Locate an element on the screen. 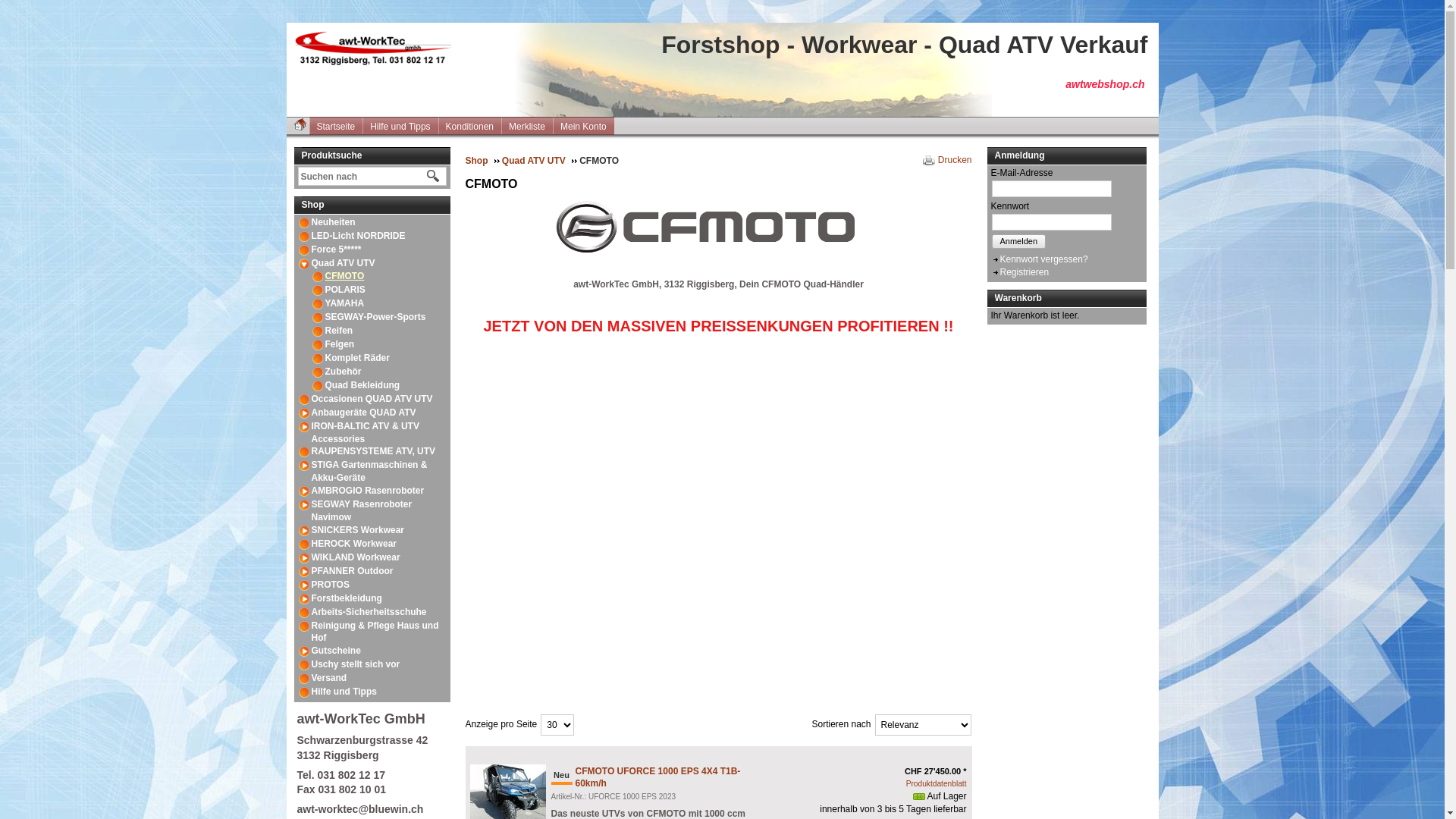 This screenshot has width=1456, height=819. 'Forstshop - Workwear - Quad ATV Verkauf' is located at coordinates (381, 51).